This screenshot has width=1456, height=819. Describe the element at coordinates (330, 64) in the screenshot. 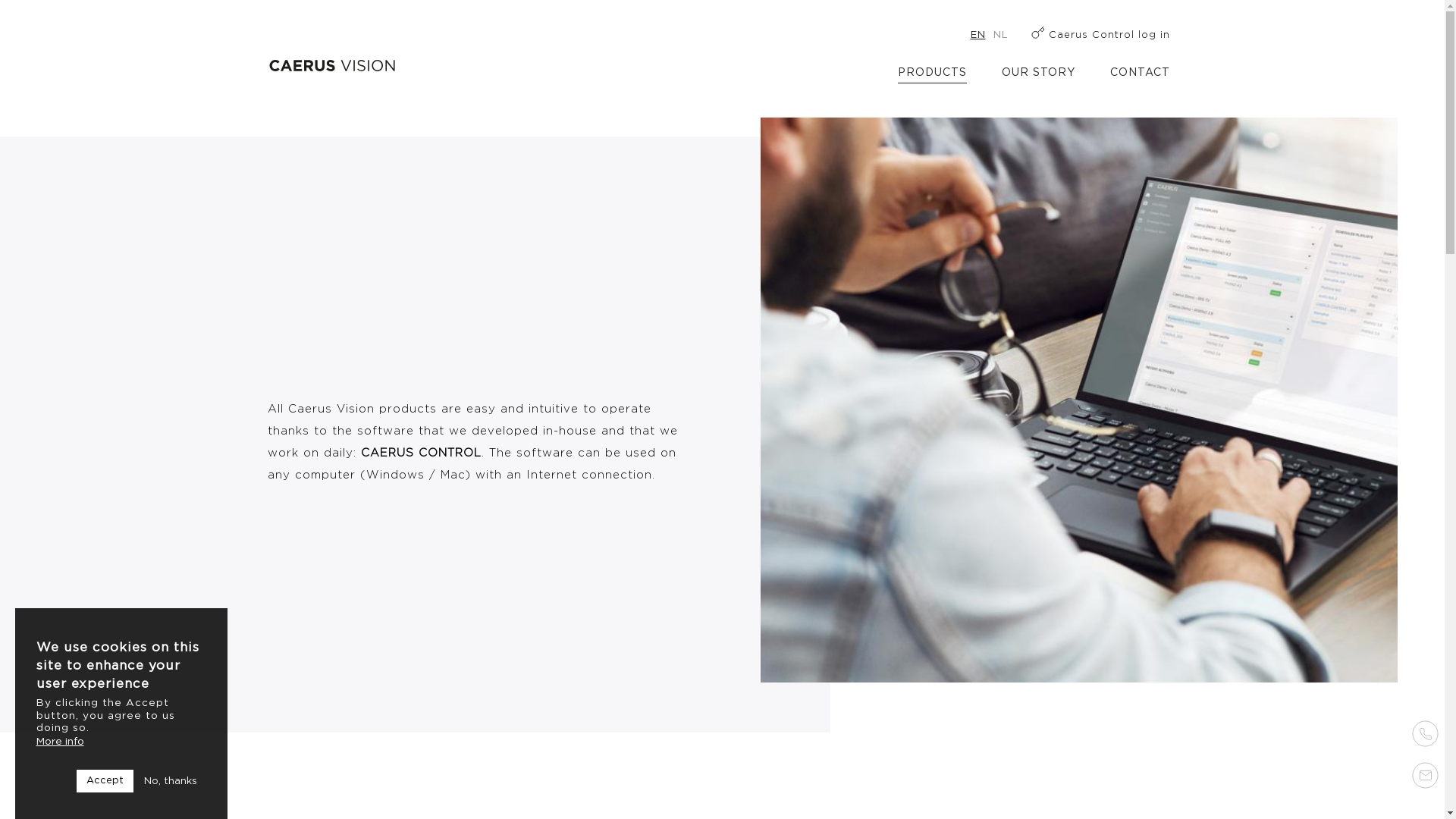

I see `'Home'` at that location.